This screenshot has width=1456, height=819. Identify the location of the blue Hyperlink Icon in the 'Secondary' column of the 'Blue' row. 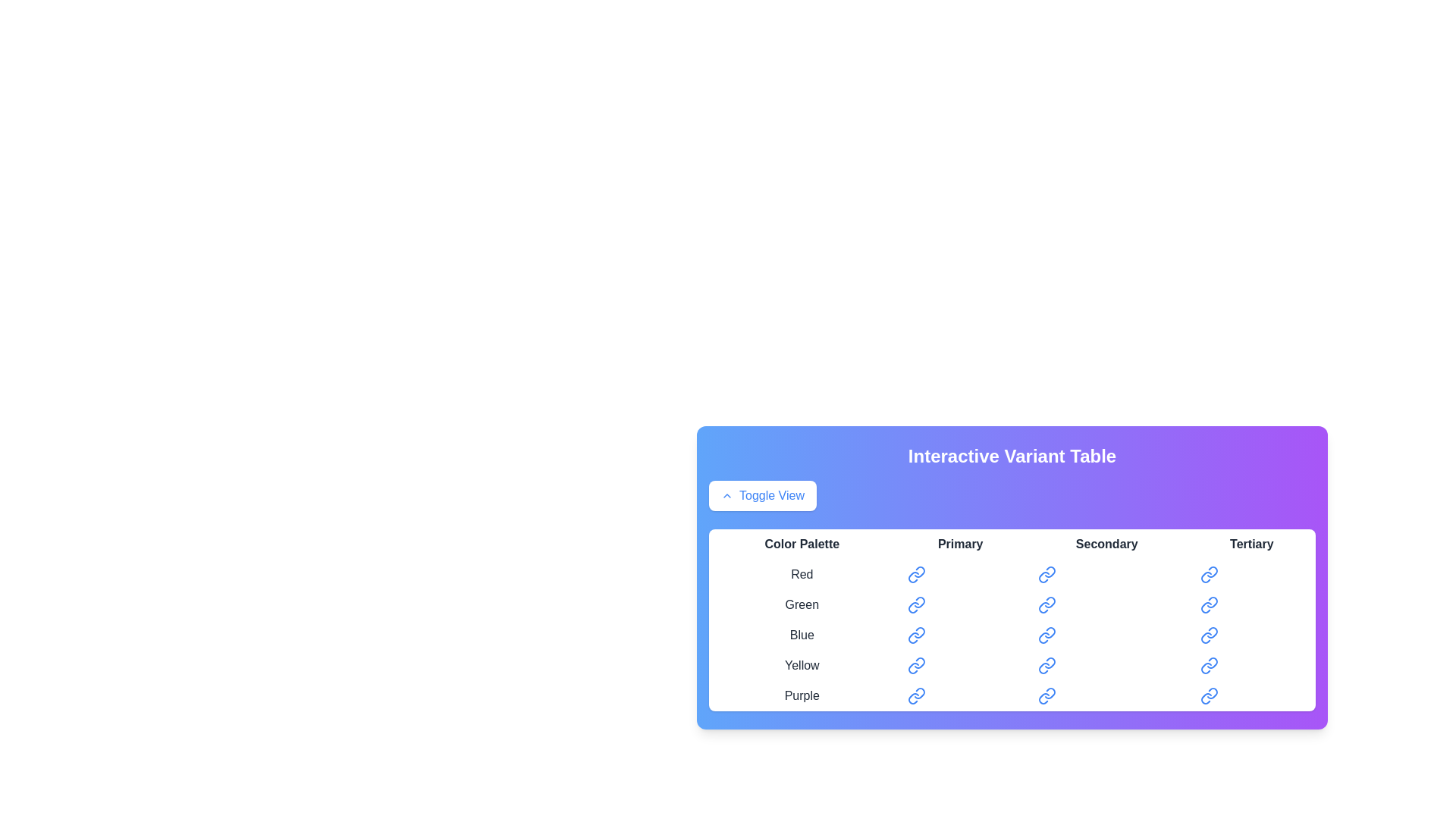
(1046, 635).